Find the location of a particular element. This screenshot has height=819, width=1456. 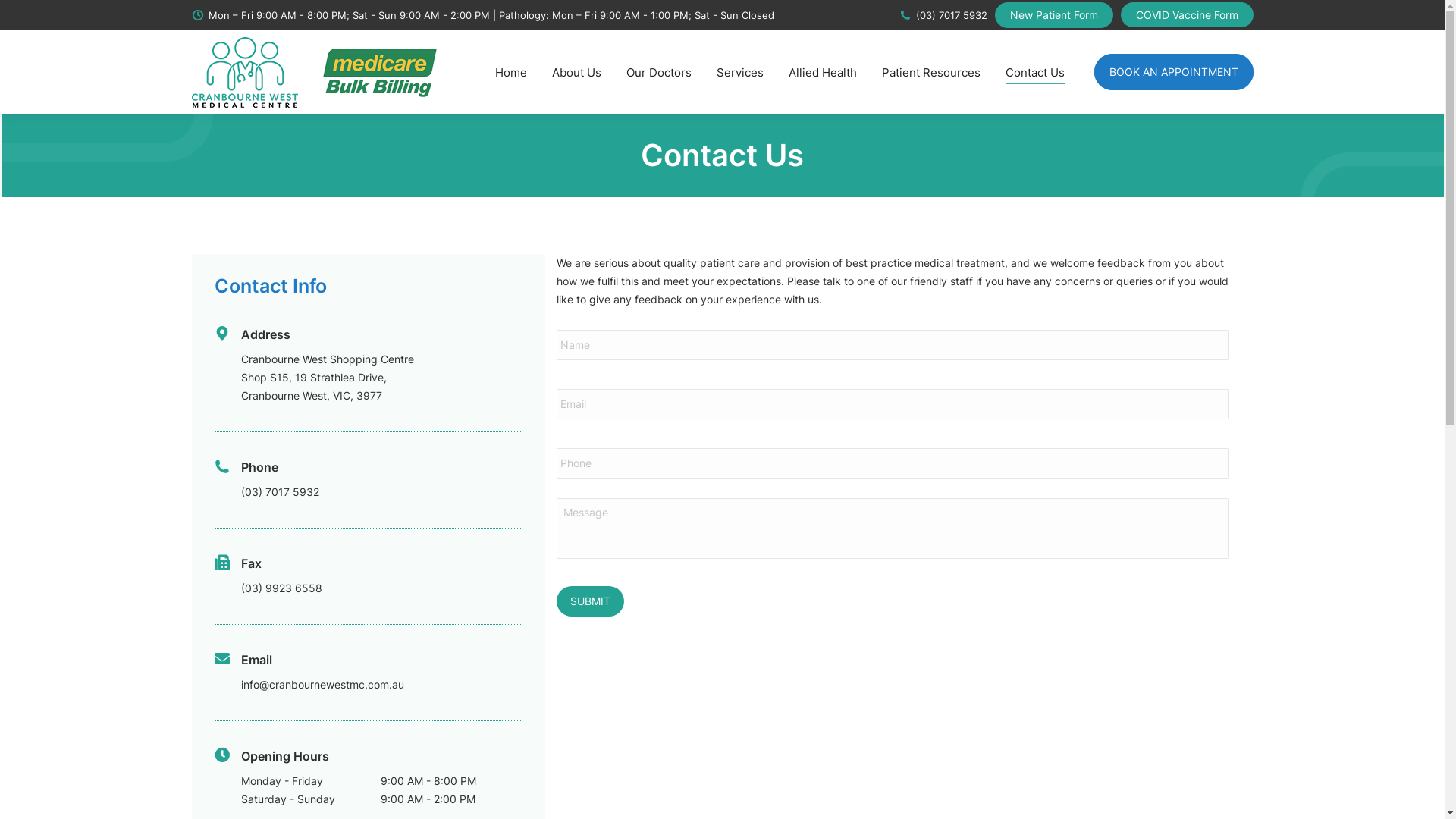

'Patient Resources' is located at coordinates (877, 72).